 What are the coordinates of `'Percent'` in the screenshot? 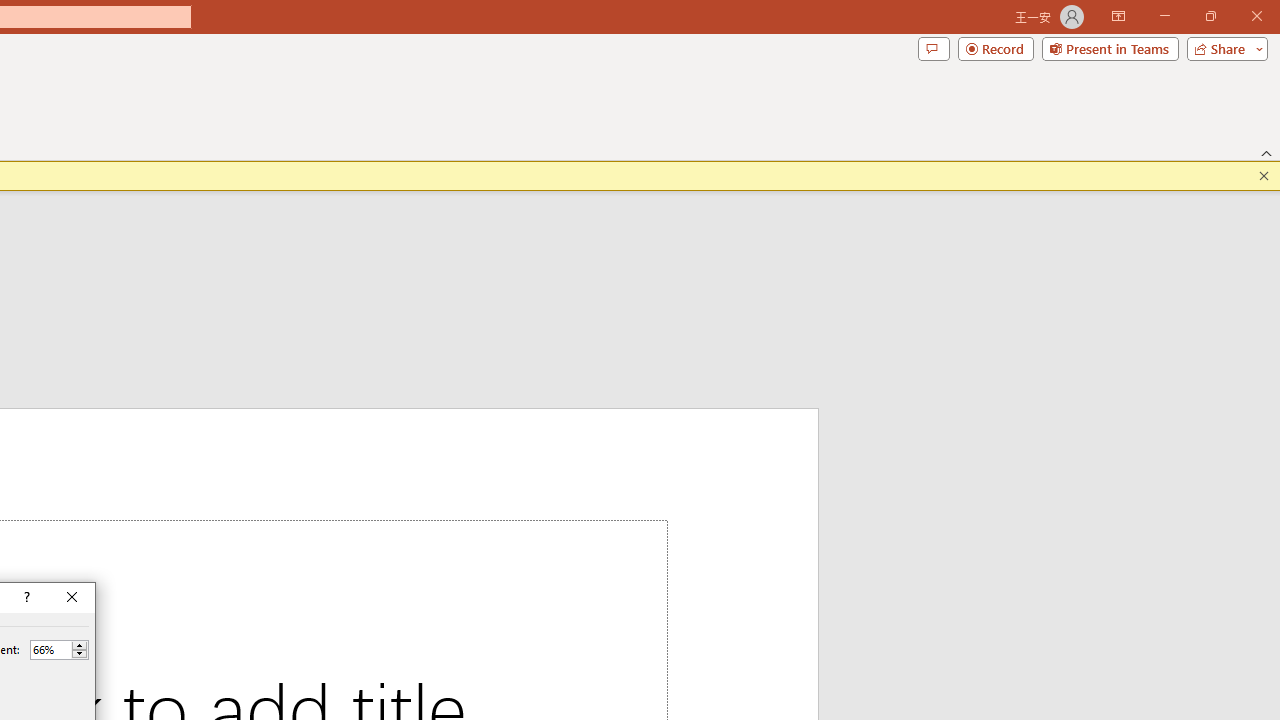 It's located at (59, 650).